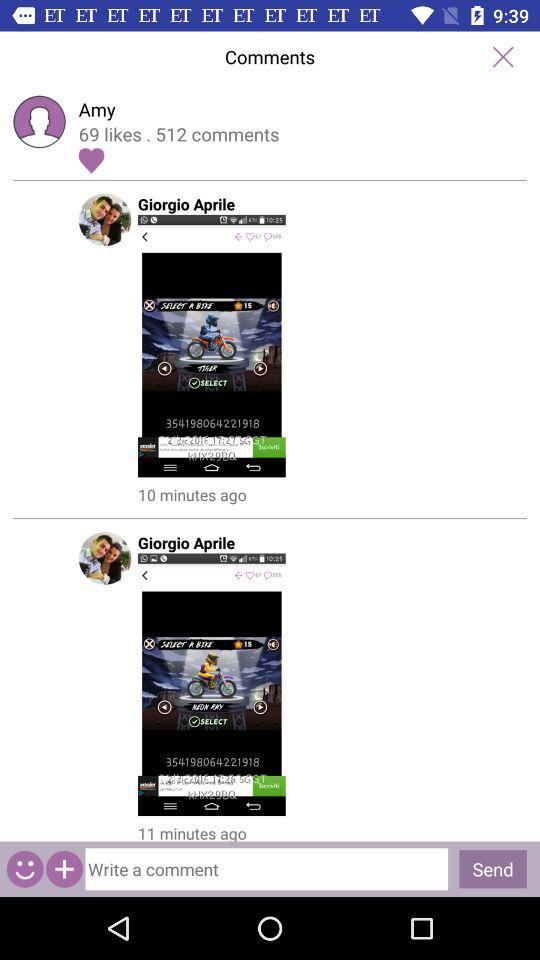  Describe the element at coordinates (502, 56) in the screenshot. I see `the close icon` at that location.